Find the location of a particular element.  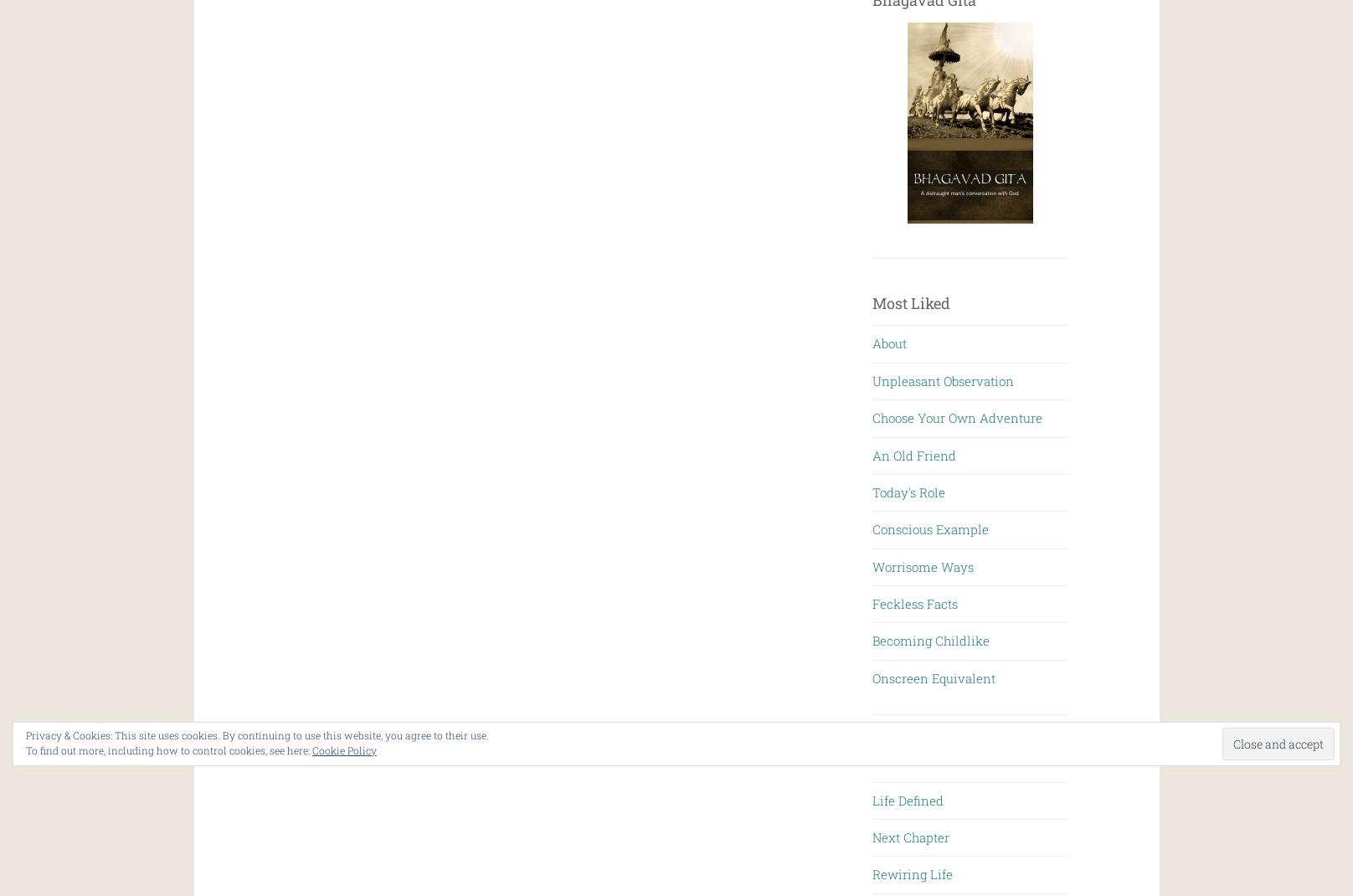

'Becoming Childlike' is located at coordinates (930, 640).